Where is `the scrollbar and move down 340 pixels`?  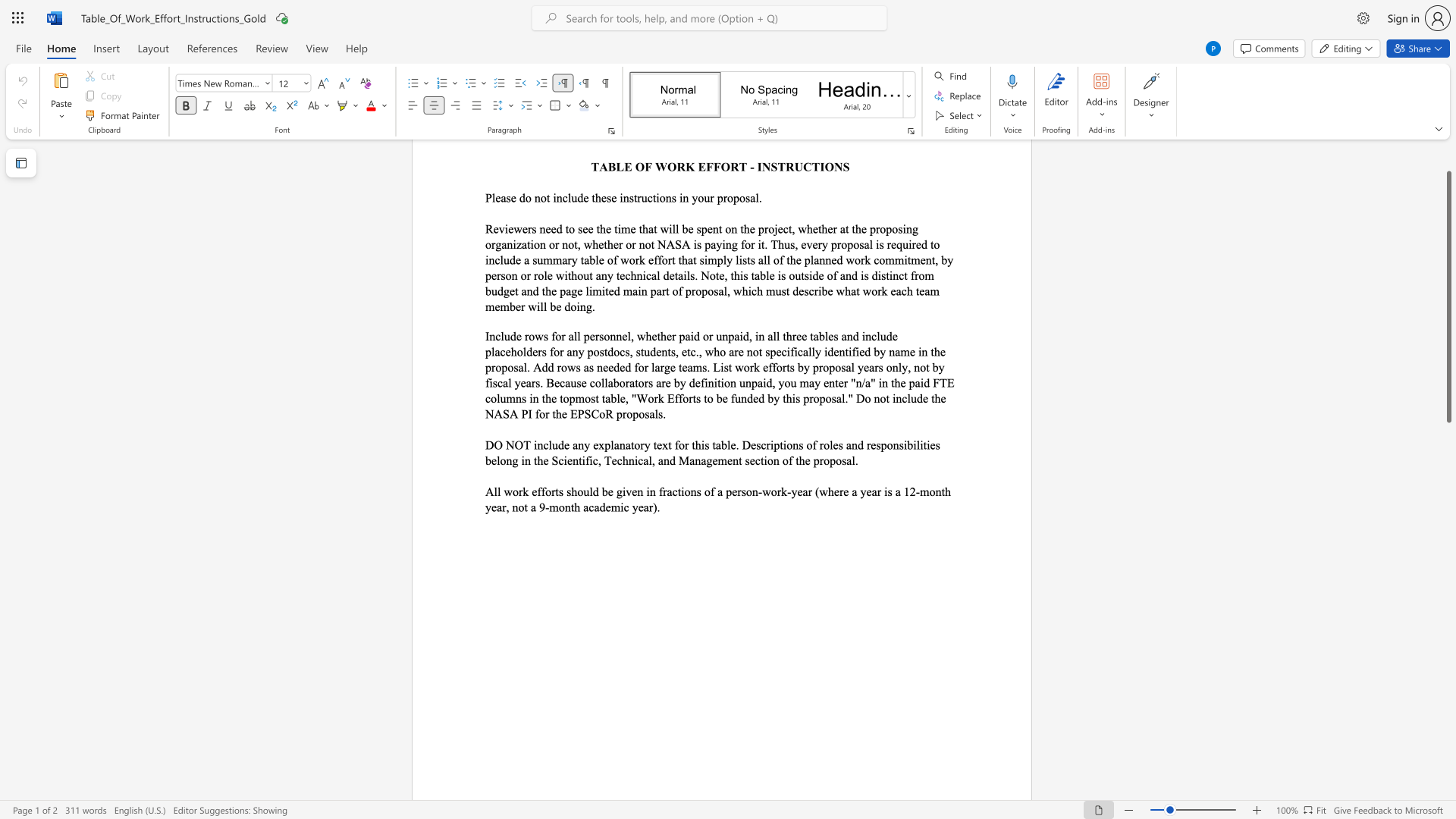
the scrollbar and move down 340 pixels is located at coordinates (1448, 297).